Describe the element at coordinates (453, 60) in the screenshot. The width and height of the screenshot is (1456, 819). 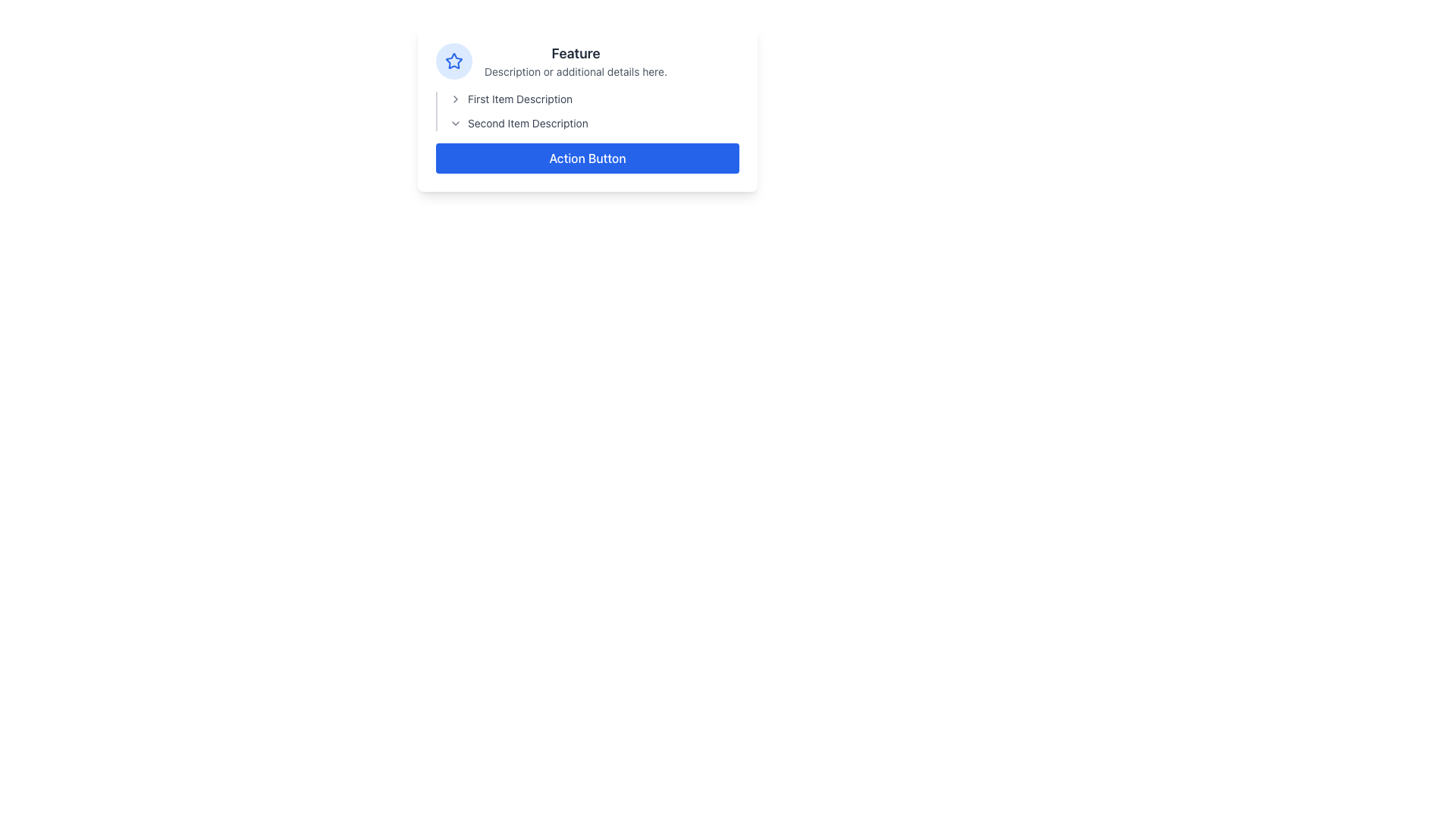
I see `the blue outlined star-shaped vector graphic icon located at the top left corner of the card-like interface, above the 'Action Button'` at that location.